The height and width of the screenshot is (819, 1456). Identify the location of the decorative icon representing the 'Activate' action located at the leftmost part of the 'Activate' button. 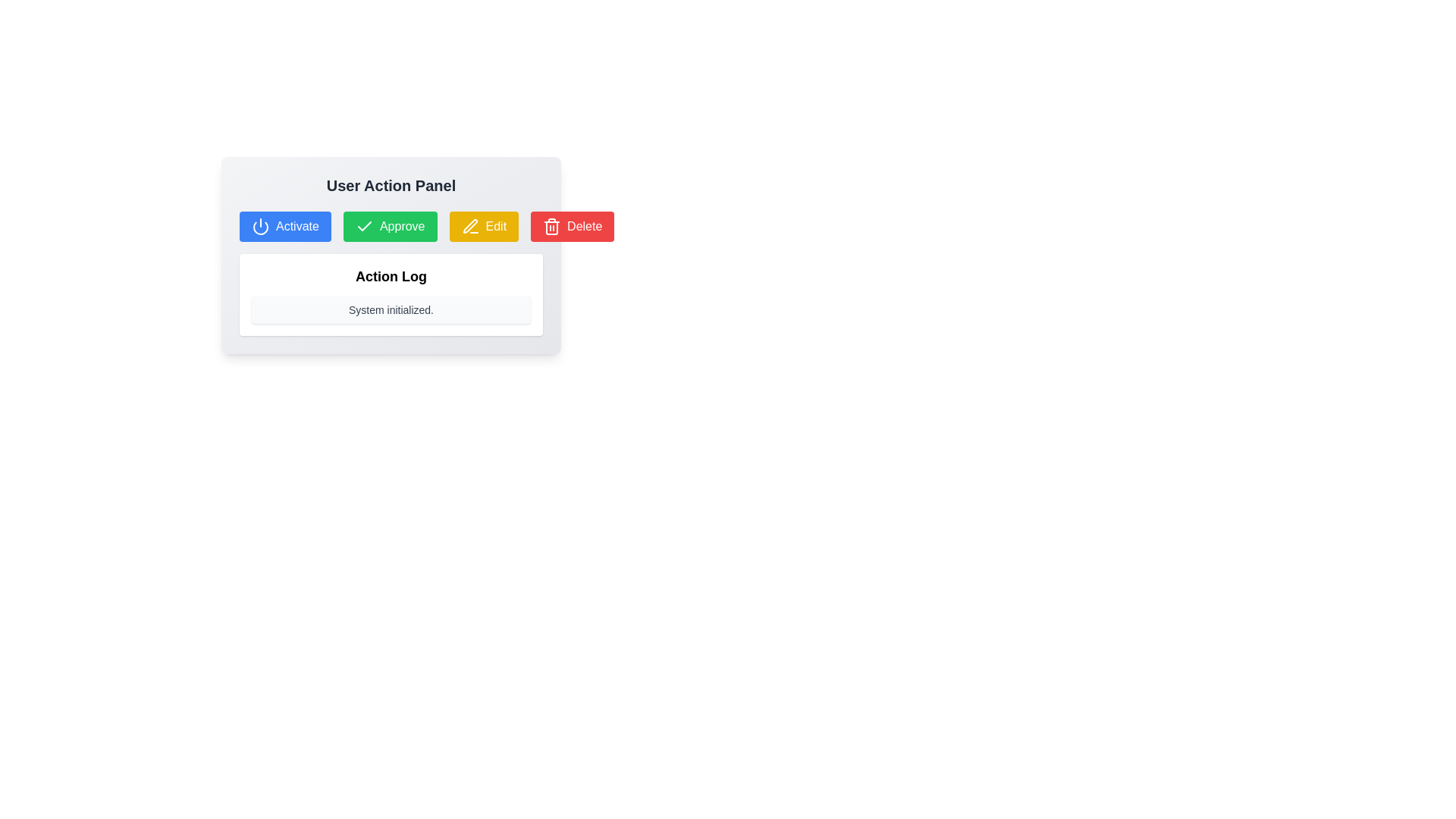
(261, 227).